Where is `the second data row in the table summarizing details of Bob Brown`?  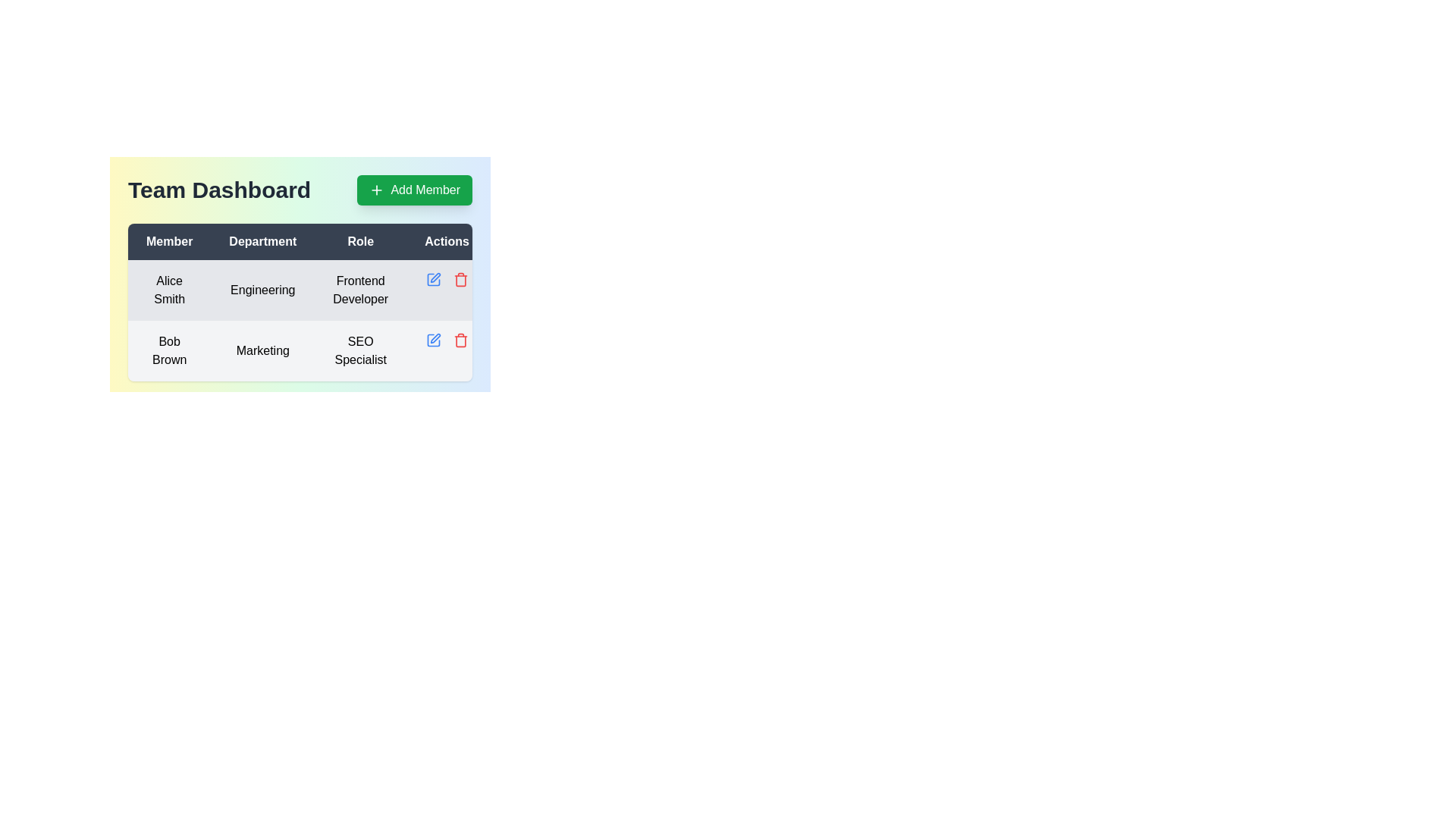 the second data row in the table summarizing details of Bob Brown is located at coordinates (306, 350).